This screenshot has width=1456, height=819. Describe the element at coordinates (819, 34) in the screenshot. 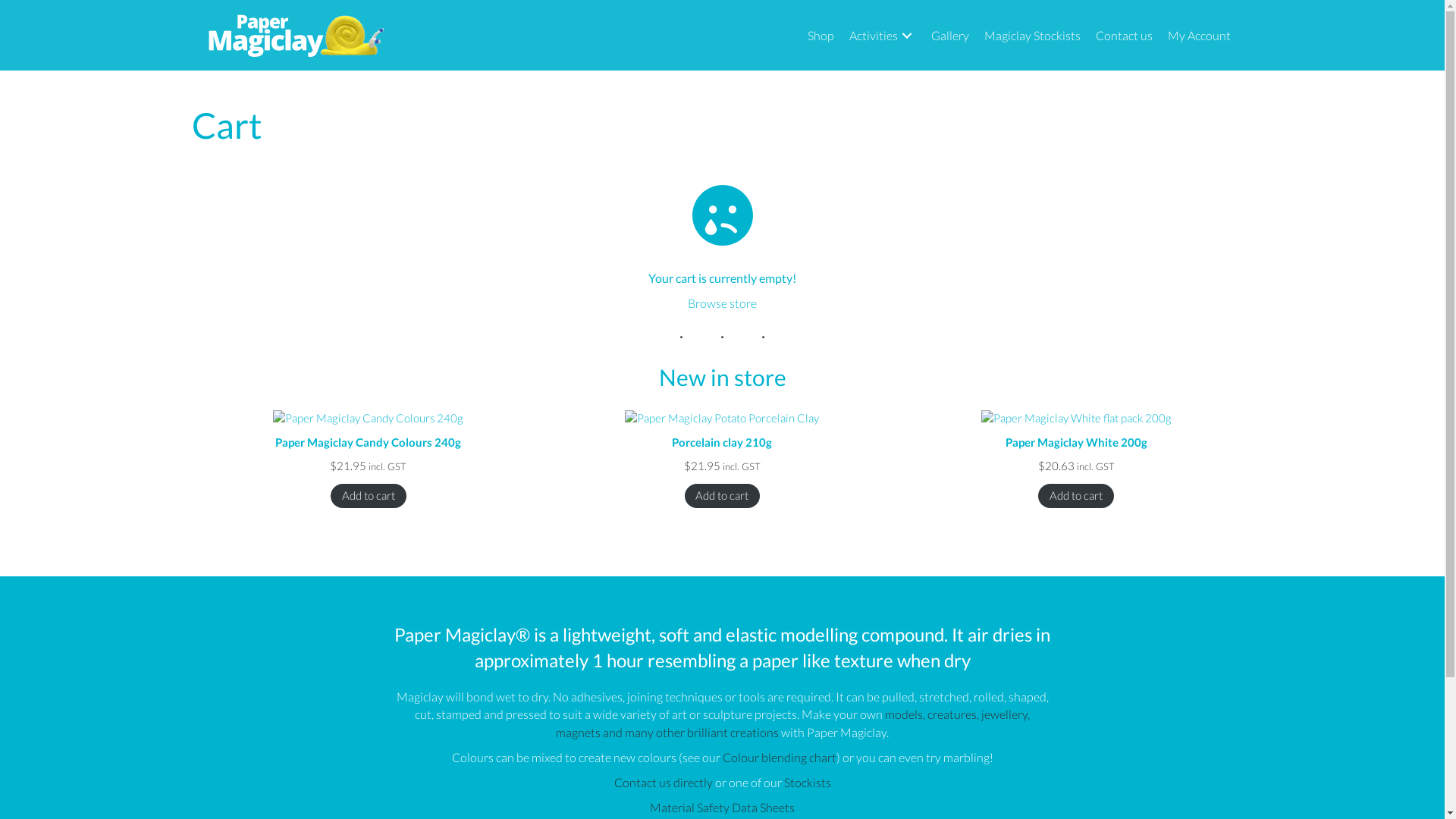

I see `'Shop'` at that location.